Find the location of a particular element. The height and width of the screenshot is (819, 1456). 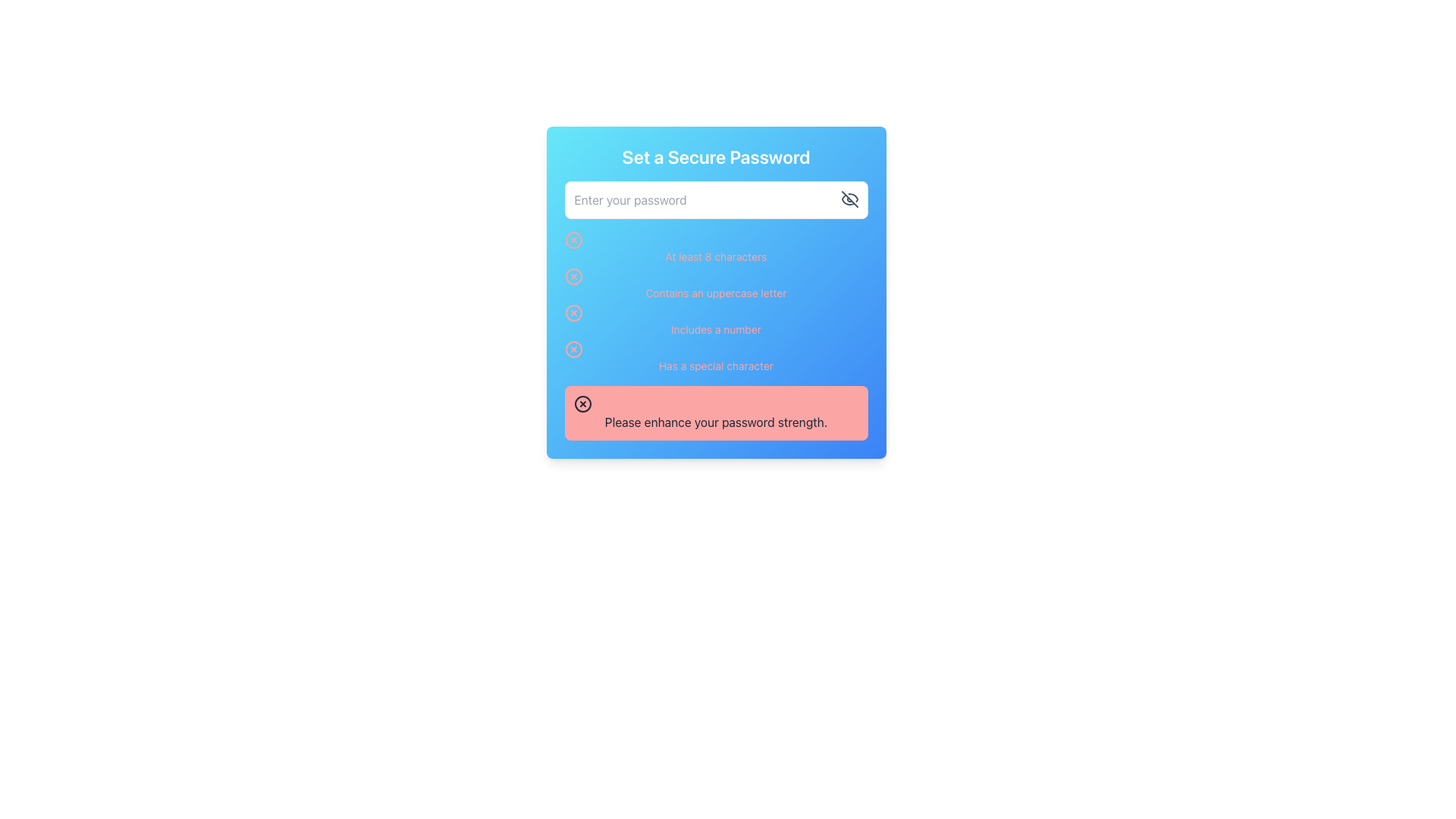

the toggle visibility button located at the top-right corner inside the password input field is located at coordinates (849, 198).